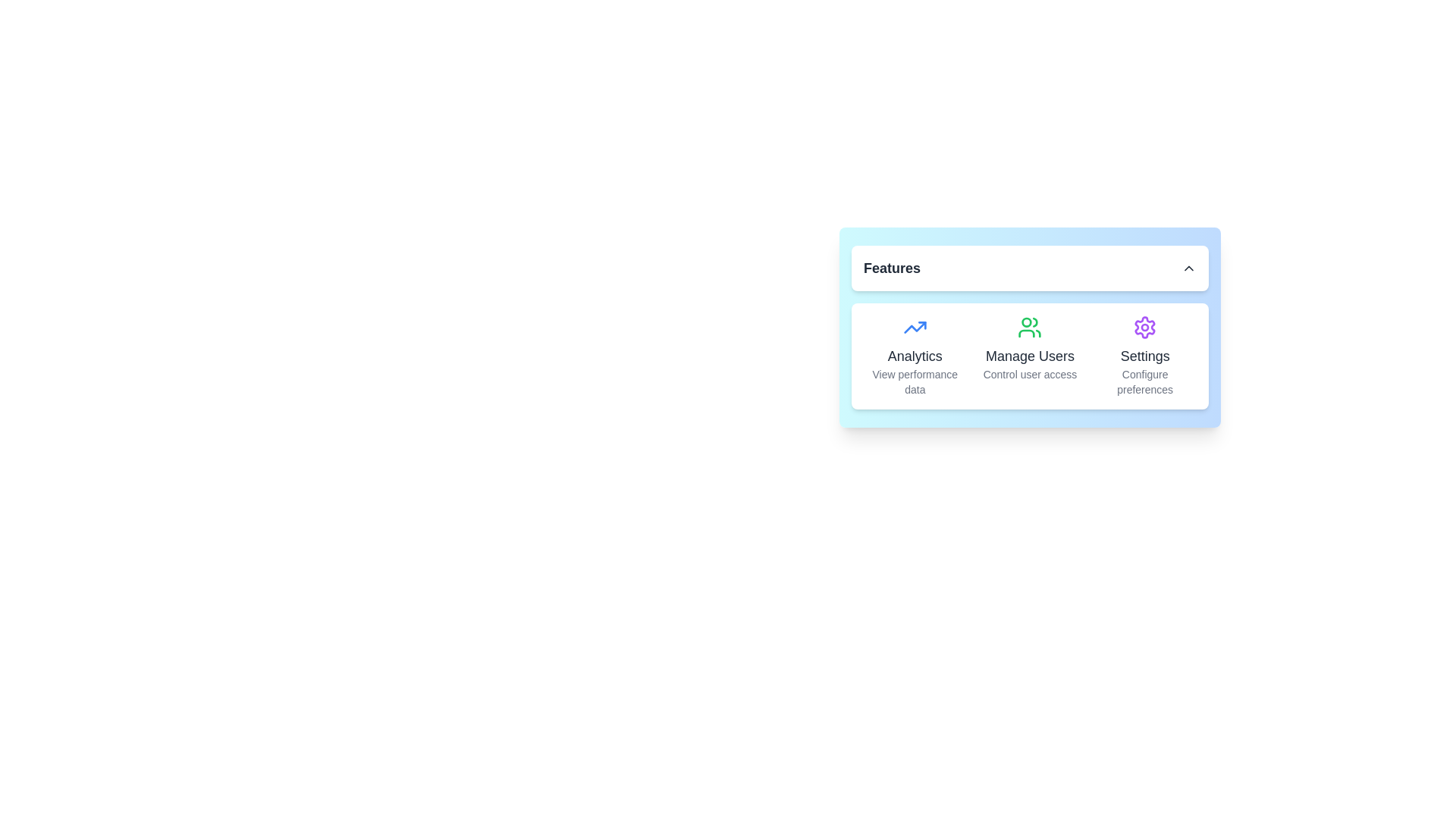  What do you see at coordinates (914, 381) in the screenshot?
I see `the static text element displaying 'View performance data', which is located beneath the 'Analytics' label in a card-like structure` at bounding box center [914, 381].